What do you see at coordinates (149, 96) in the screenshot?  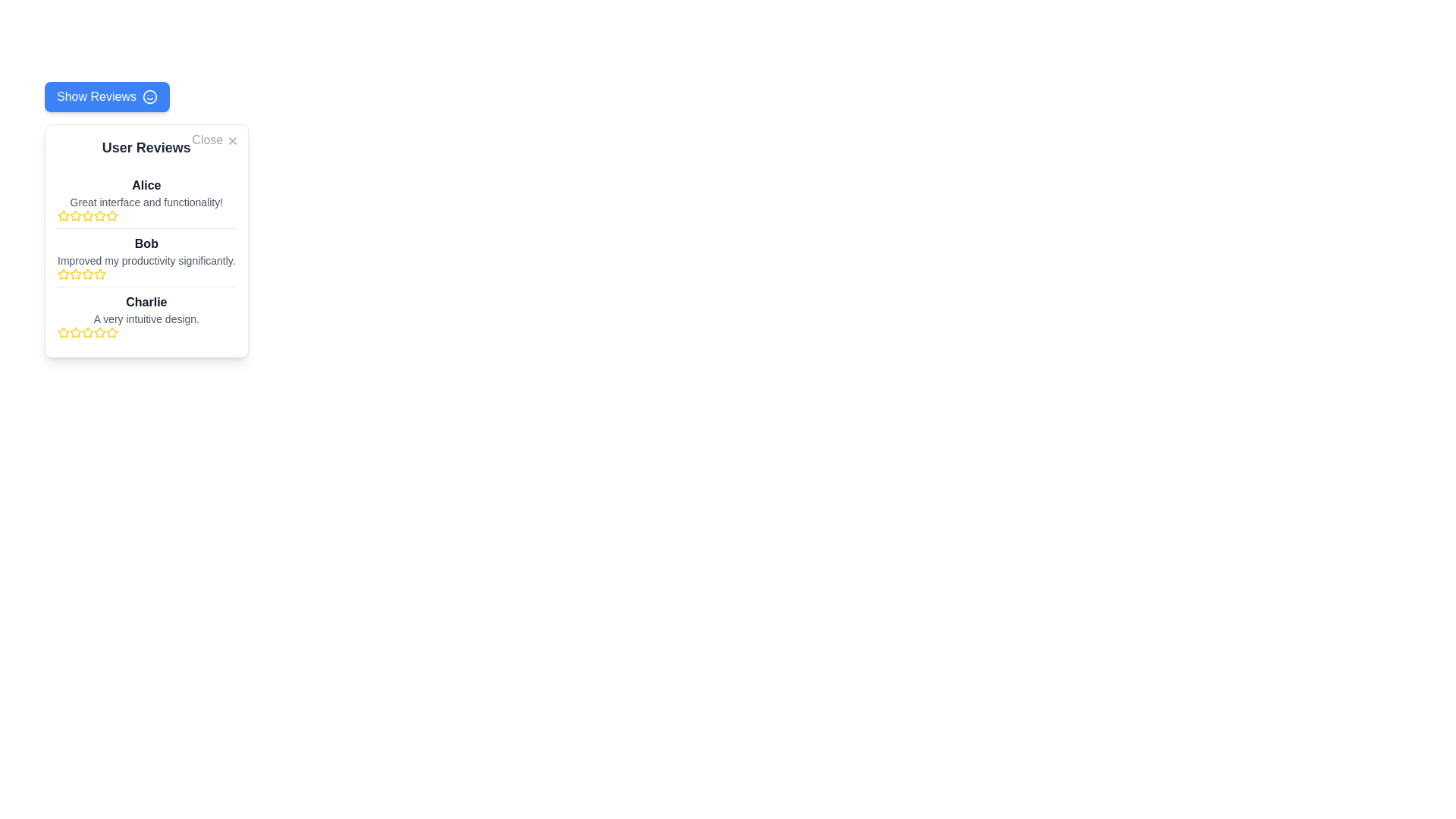 I see `the smiley face icon located to the right of the 'Show Reviews' text within the button` at bounding box center [149, 96].